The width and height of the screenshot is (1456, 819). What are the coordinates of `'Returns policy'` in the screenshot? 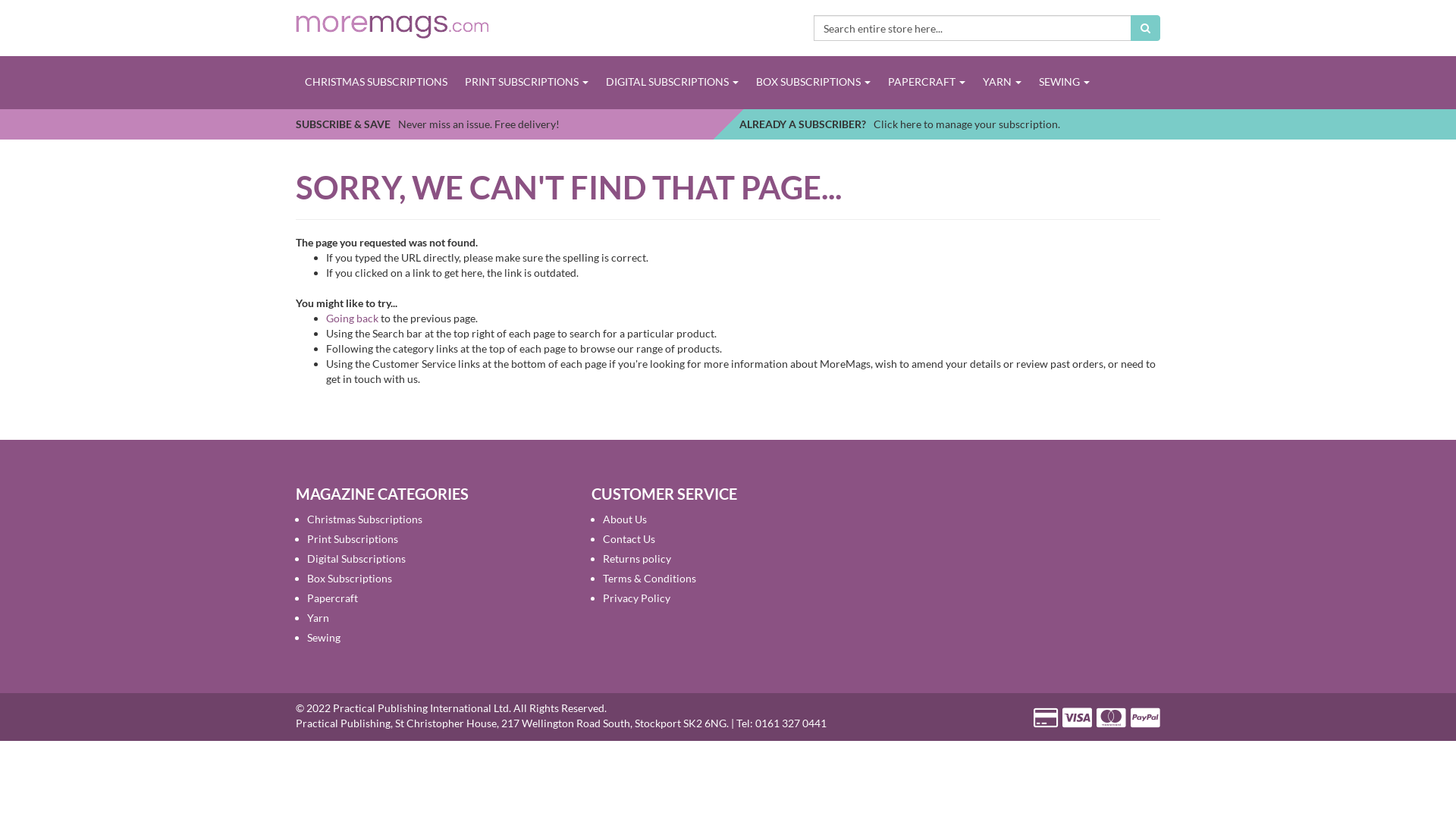 It's located at (637, 558).